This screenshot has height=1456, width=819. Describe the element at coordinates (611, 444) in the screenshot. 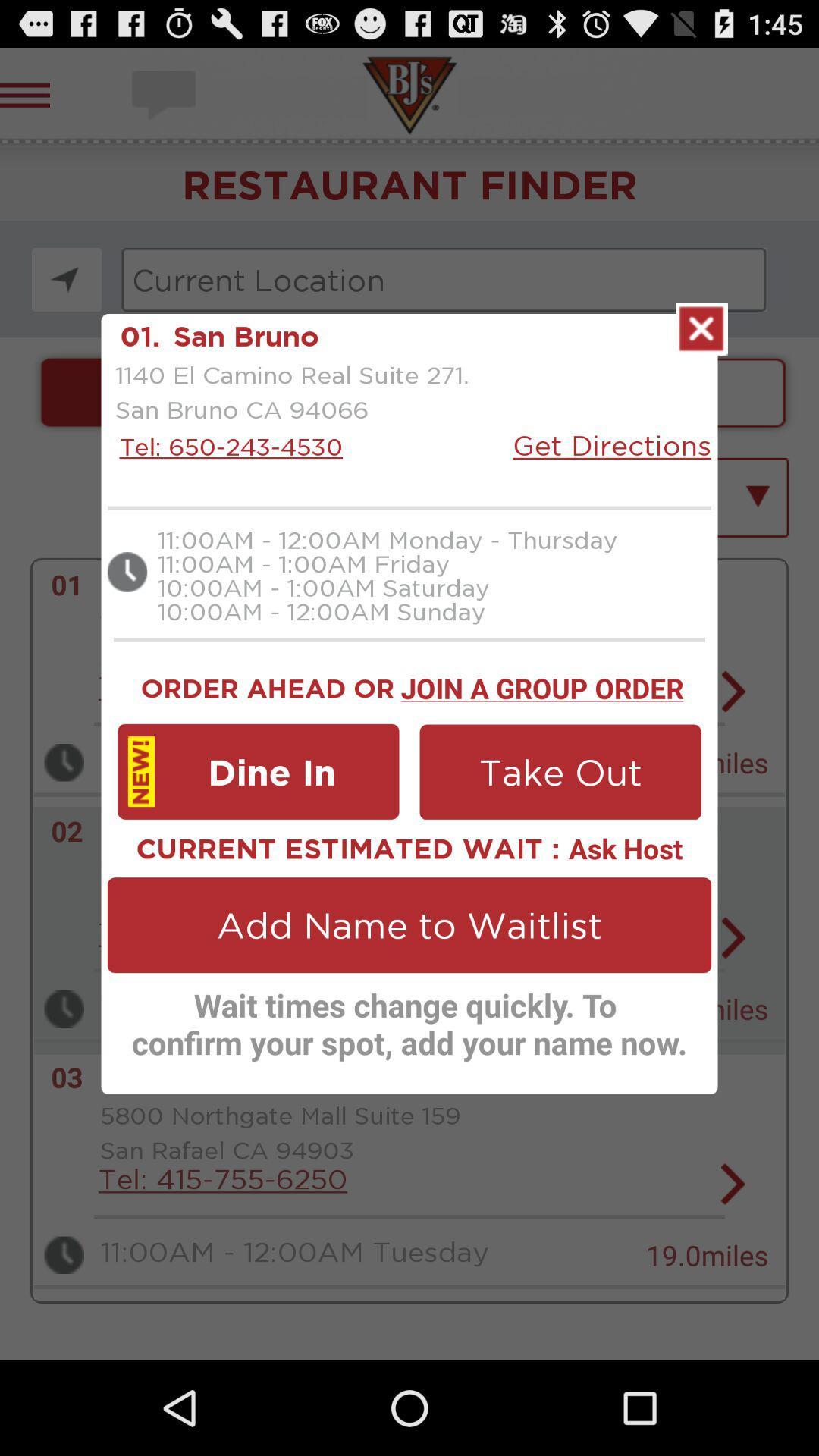

I see `the icon next to the 1140 el camino app` at that location.